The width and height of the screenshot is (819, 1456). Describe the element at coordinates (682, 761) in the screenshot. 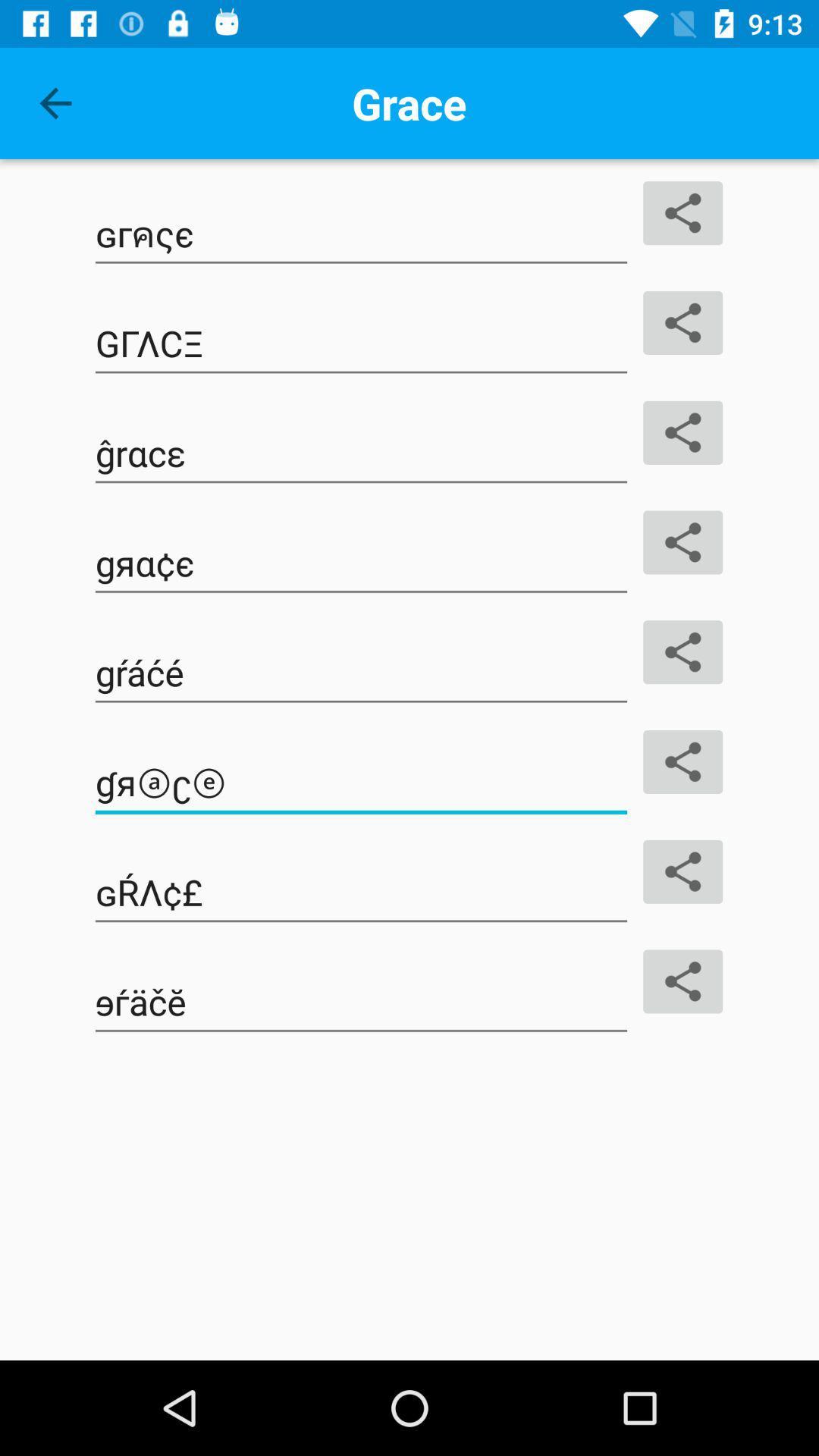

I see `the share icon` at that location.